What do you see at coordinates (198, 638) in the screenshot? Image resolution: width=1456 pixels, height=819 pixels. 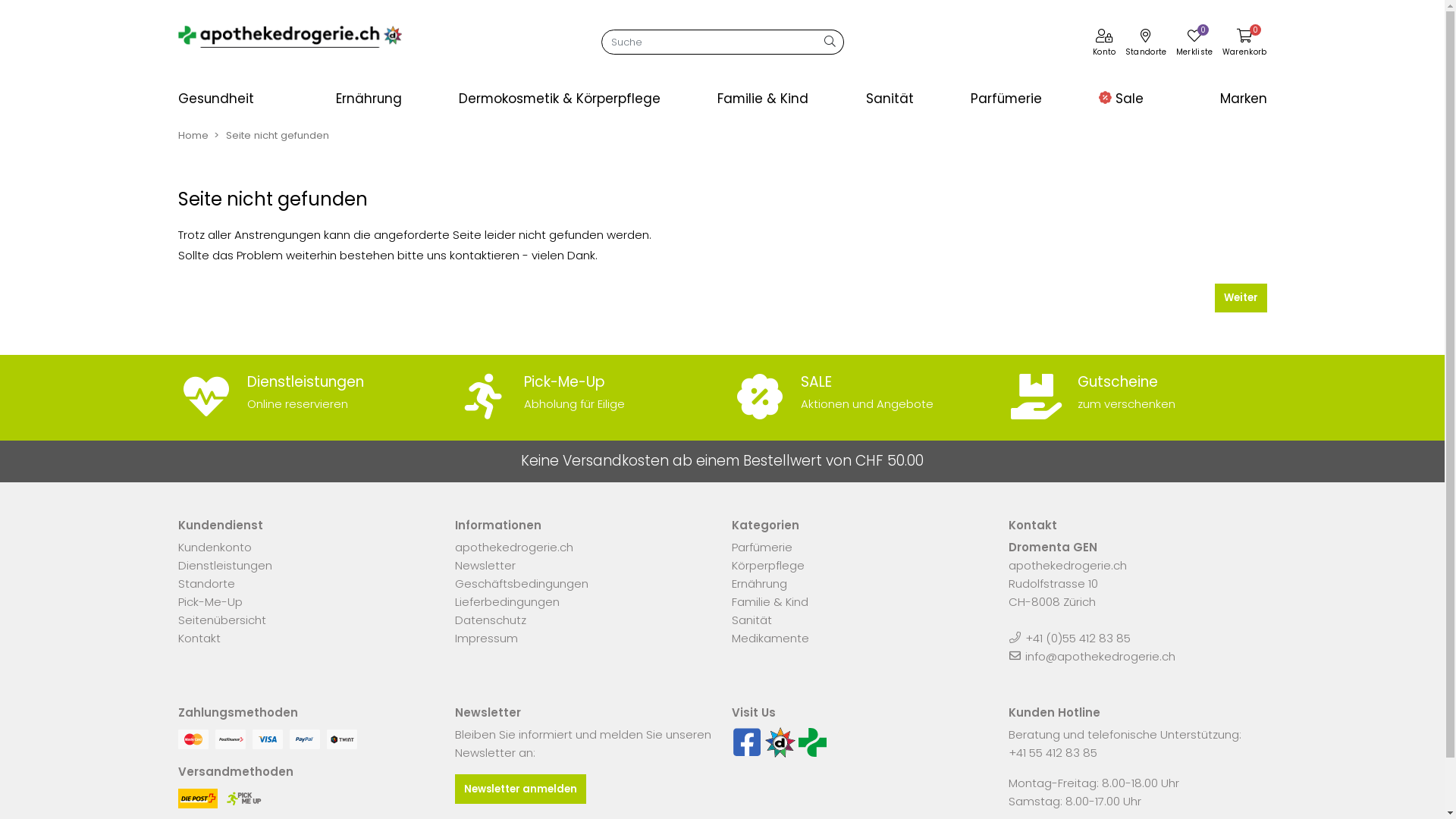 I see `'Kontakt'` at bounding box center [198, 638].